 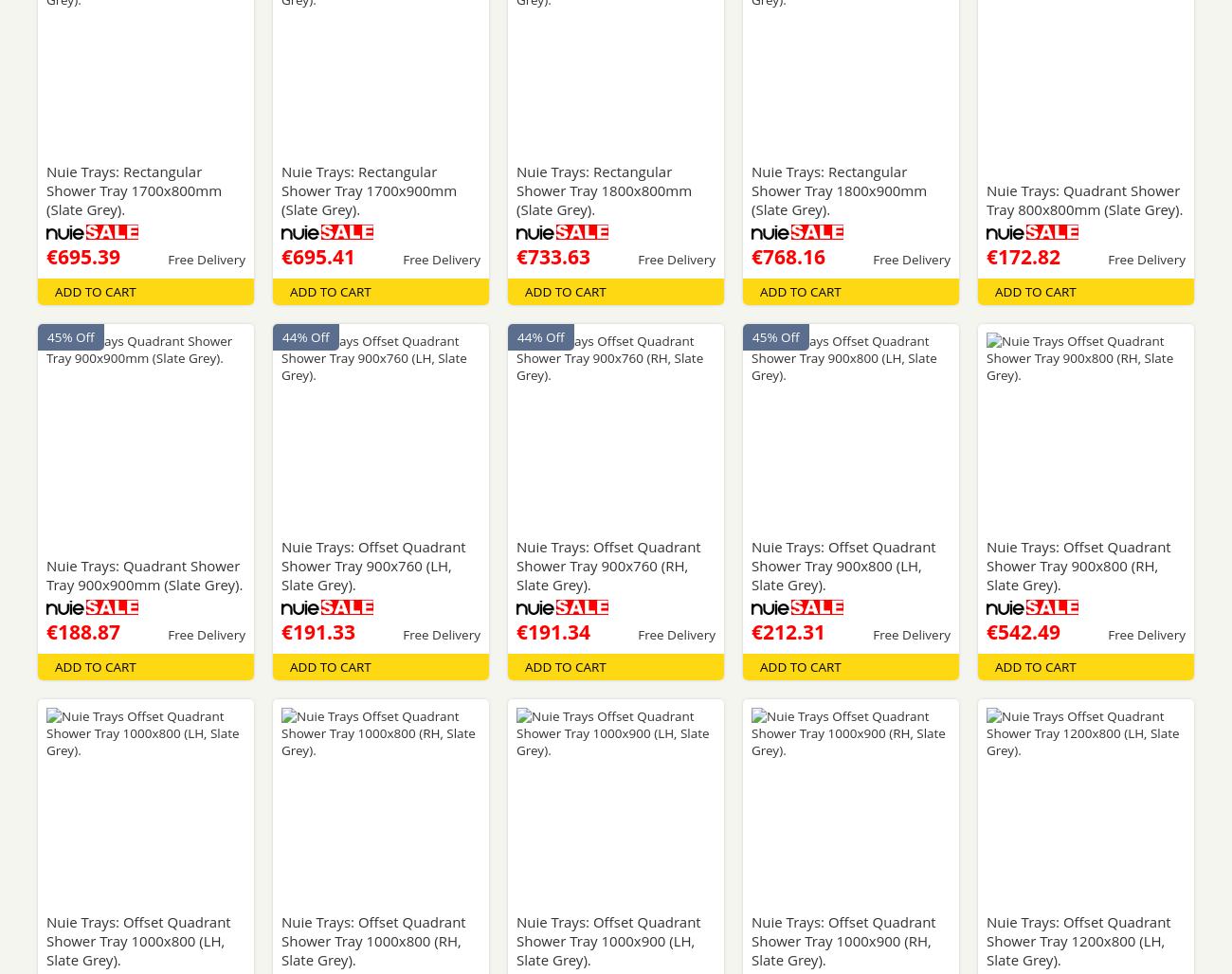 What do you see at coordinates (82, 256) in the screenshot?
I see `'€695.39'` at bounding box center [82, 256].